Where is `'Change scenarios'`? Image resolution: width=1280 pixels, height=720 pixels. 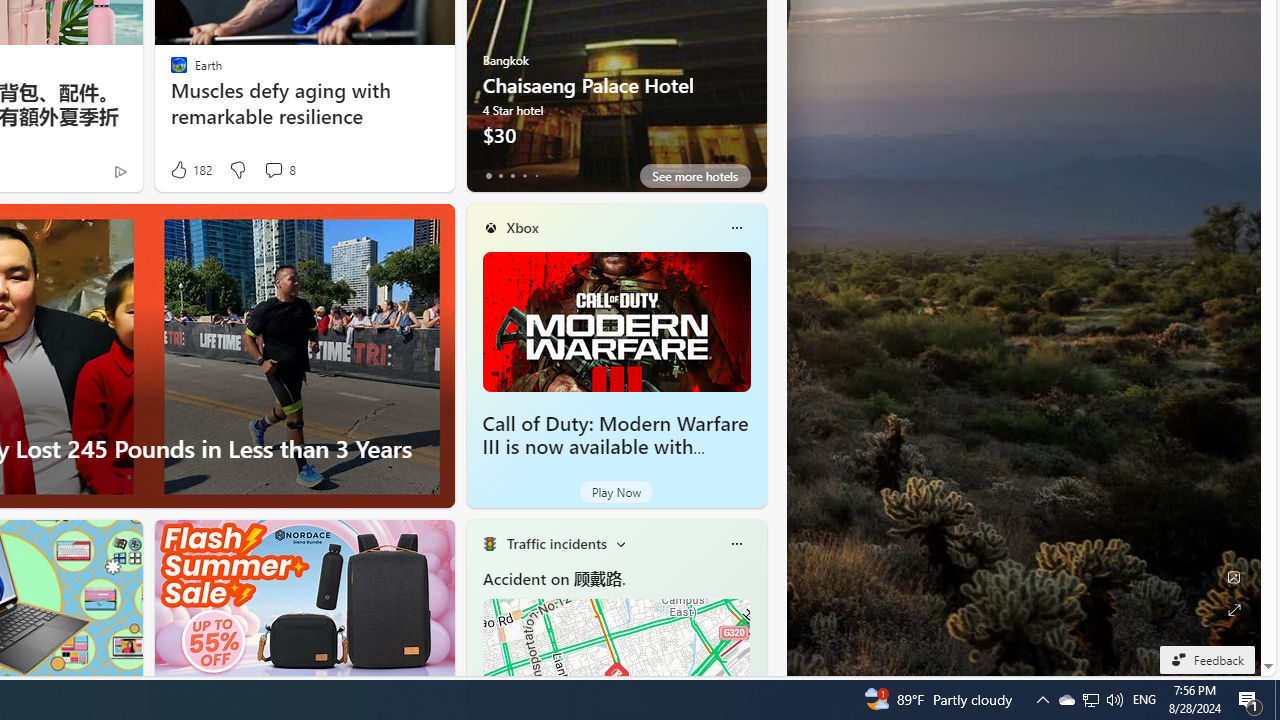
'Change scenarios' is located at coordinates (619, 543).